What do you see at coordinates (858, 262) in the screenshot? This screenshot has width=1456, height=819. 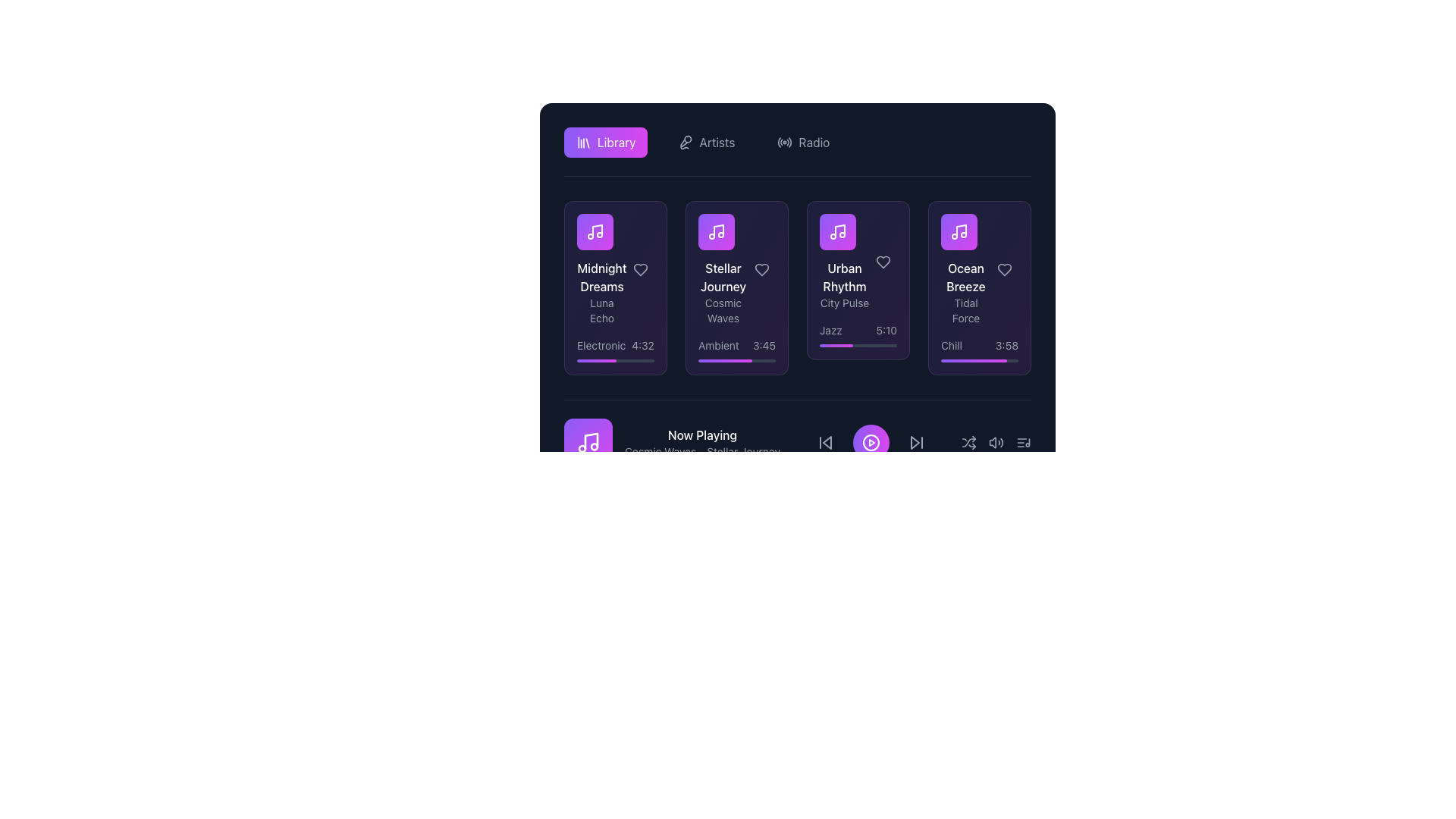 I see `the nearby interactive elements adjacent to the text label displaying the music track name 'Urban Rhythm' and its description 'City Pulse'` at bounding box center [858, 262].